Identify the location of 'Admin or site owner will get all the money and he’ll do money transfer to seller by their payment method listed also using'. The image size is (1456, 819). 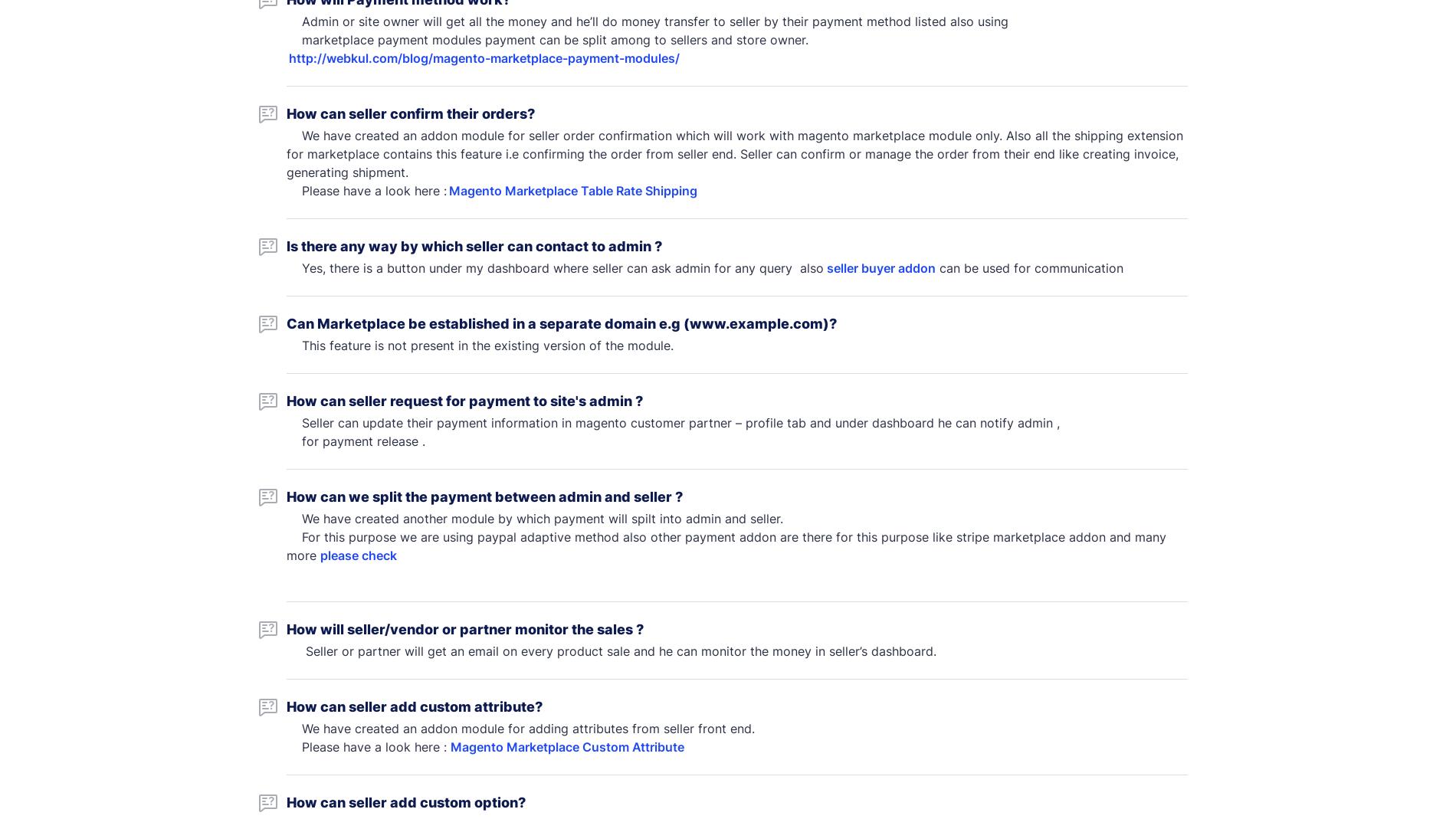
(285, 21).